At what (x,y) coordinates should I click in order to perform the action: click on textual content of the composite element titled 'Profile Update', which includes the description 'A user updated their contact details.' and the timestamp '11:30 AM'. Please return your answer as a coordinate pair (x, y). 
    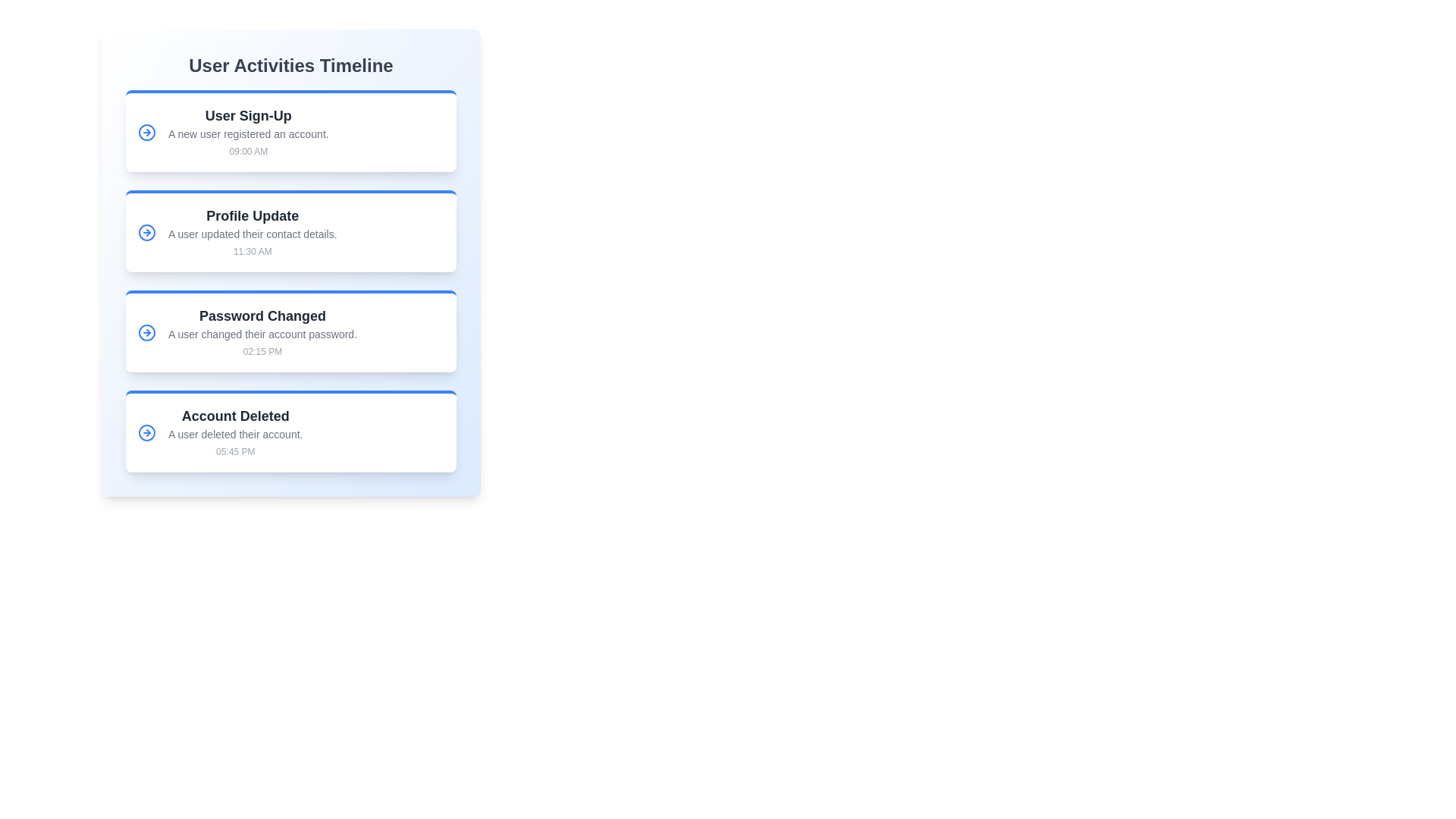
    Looking at the image, I should click on (253, 233).